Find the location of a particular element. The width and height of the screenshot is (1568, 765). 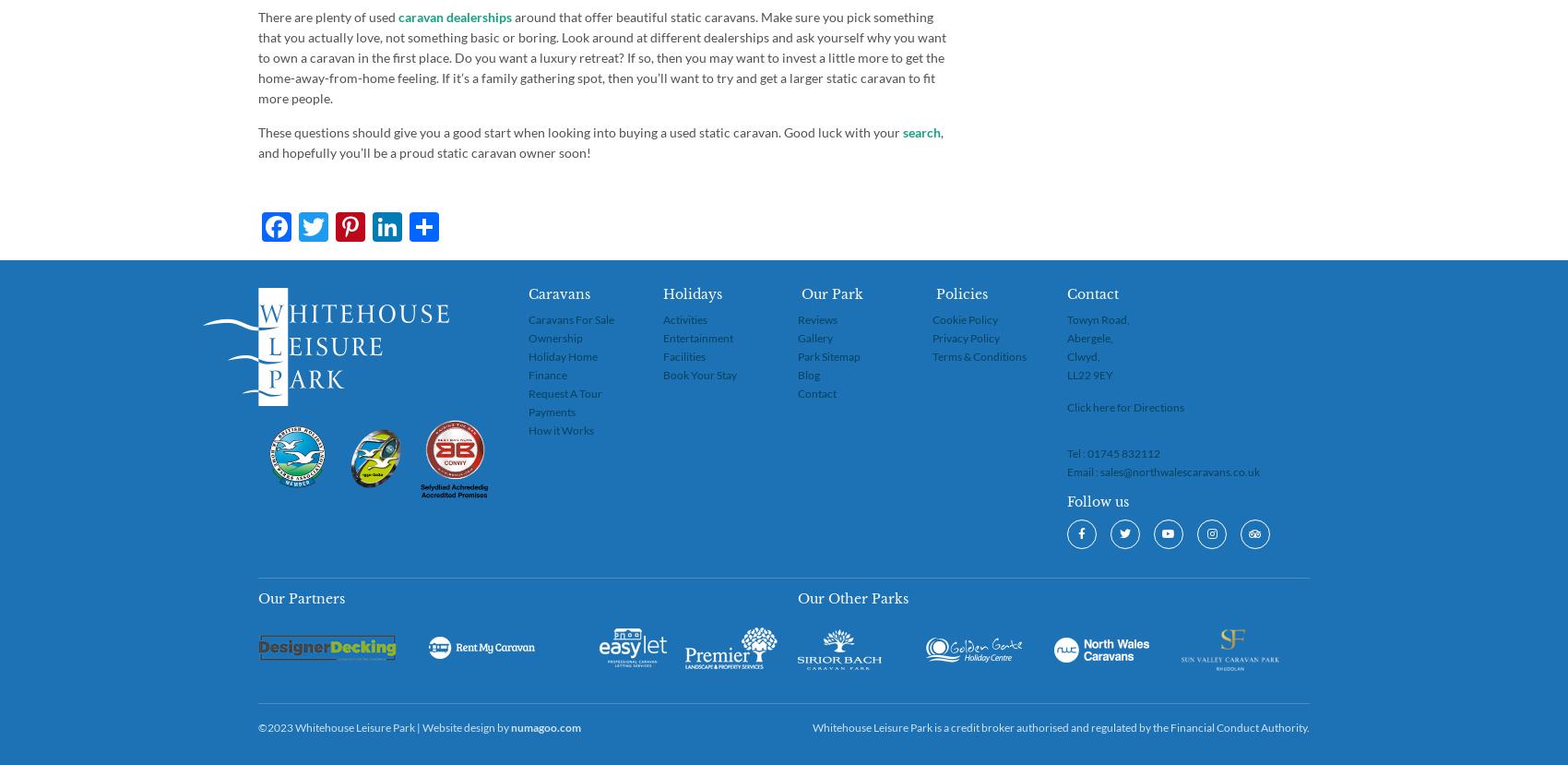

', and hopefully you’ll be a proud static caravan owner soon!' is located at coordinates (600, 142).